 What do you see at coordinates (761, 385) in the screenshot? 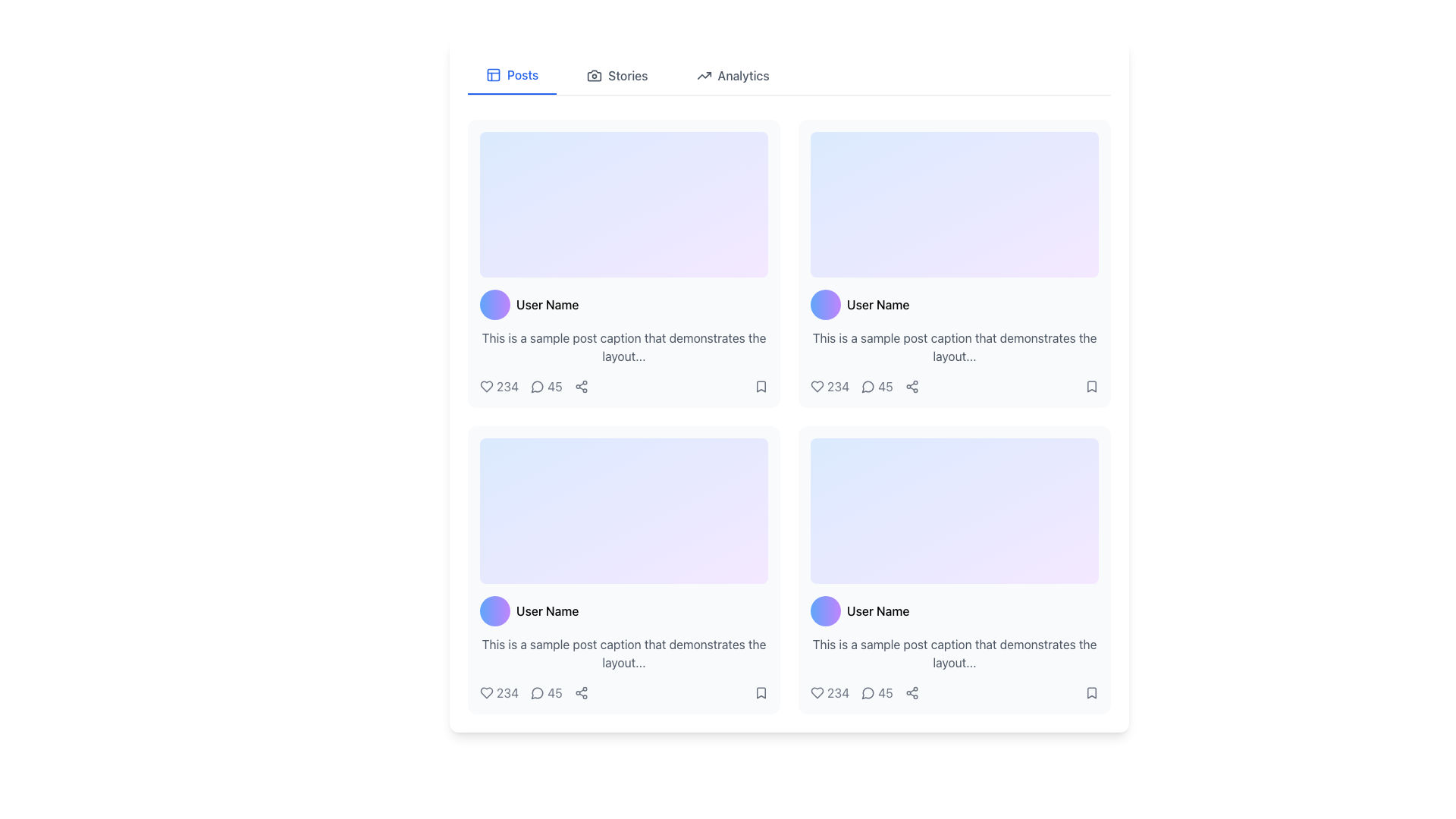
I see `the bookmark icon located at the bottom right corner of the second post in the first row of the grid layout` at bounding box center [761, 385].